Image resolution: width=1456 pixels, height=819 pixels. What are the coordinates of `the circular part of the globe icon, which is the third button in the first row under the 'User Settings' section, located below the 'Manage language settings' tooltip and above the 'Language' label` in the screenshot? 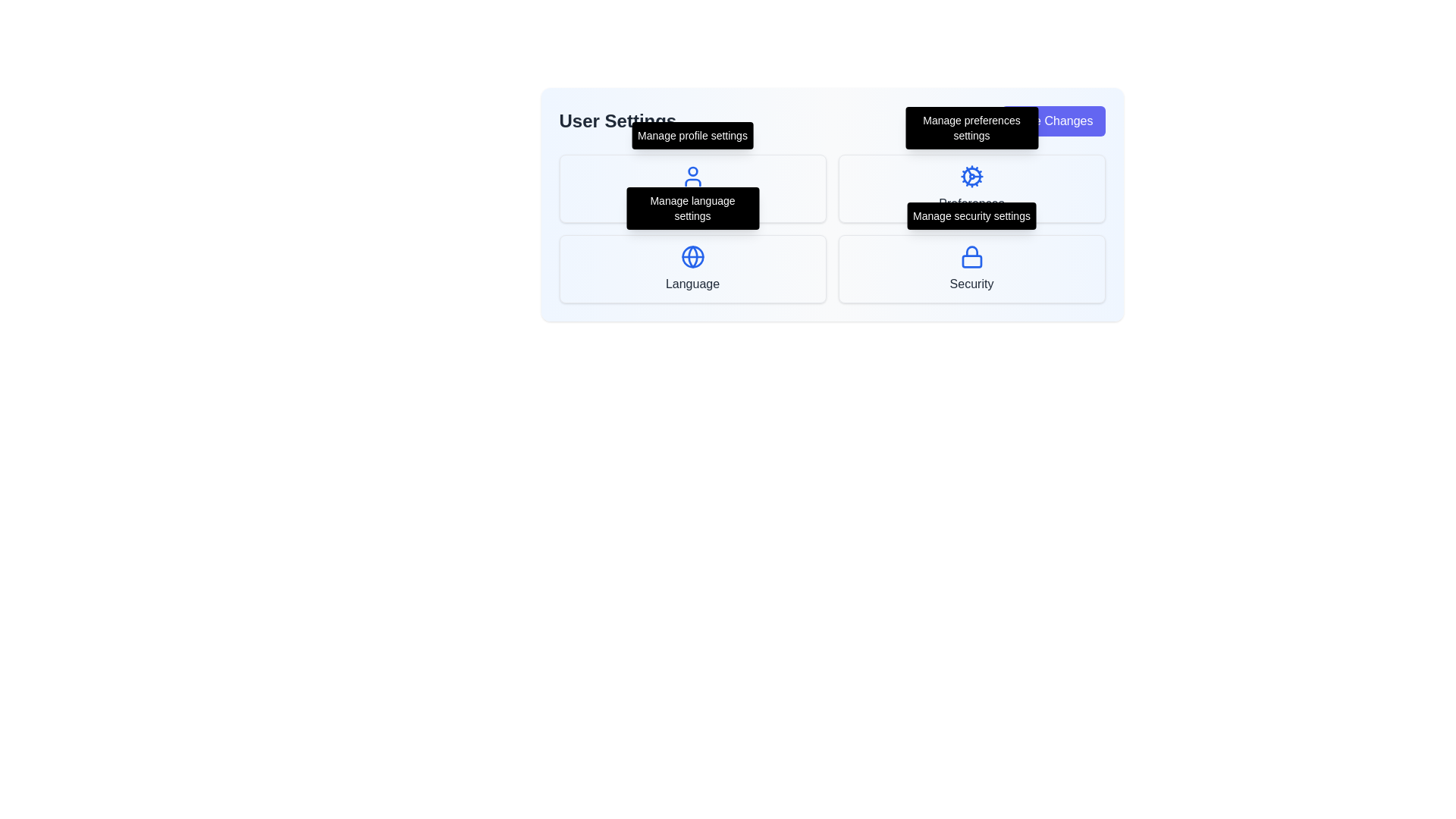 It's located at (692, 256).